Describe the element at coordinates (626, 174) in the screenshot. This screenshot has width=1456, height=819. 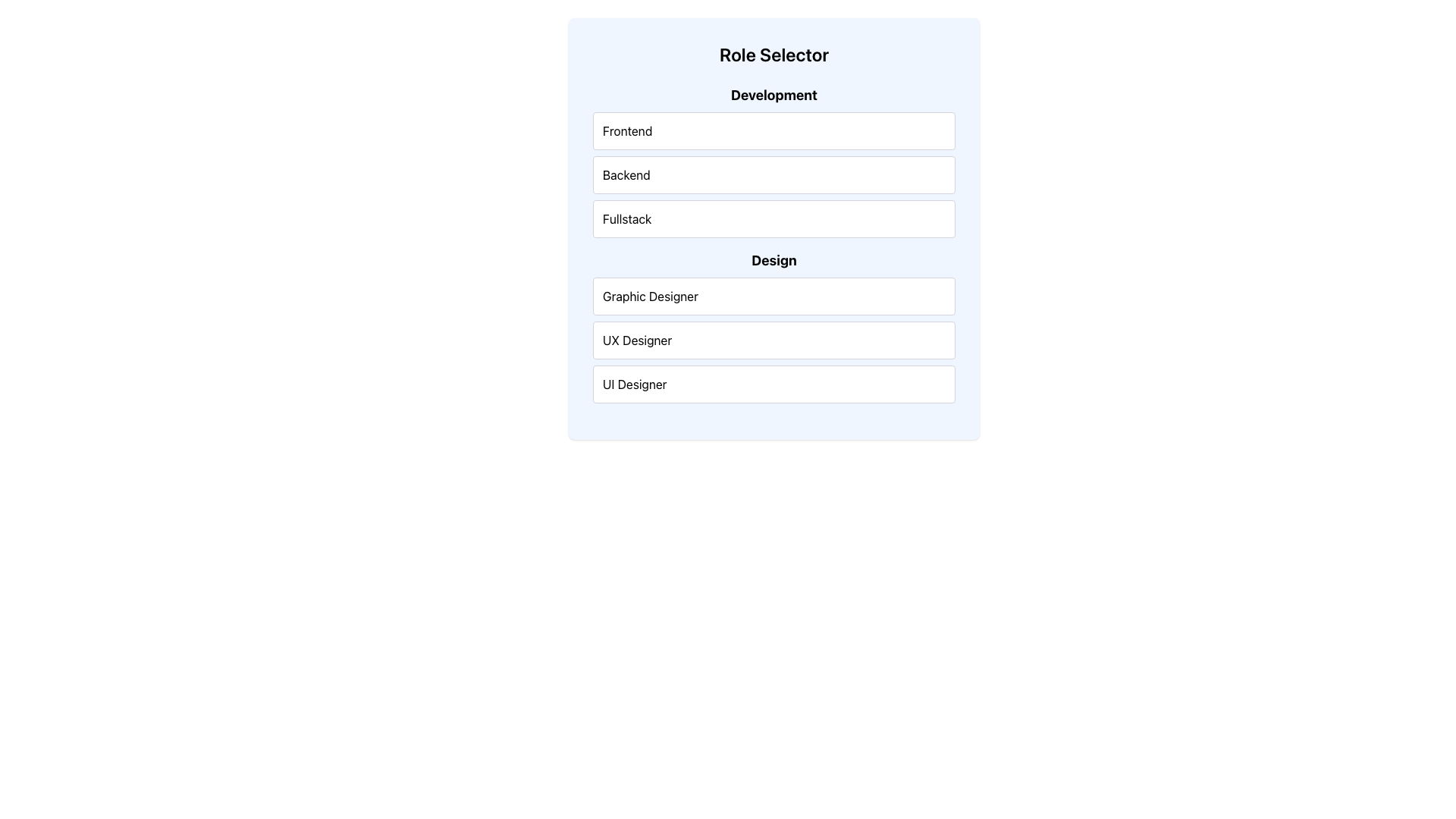
I see `the 'Backend' text label in the vertical list of roles under 'Development', which is positioned below 'Frontend' and above 'Fullstack'` at that location.